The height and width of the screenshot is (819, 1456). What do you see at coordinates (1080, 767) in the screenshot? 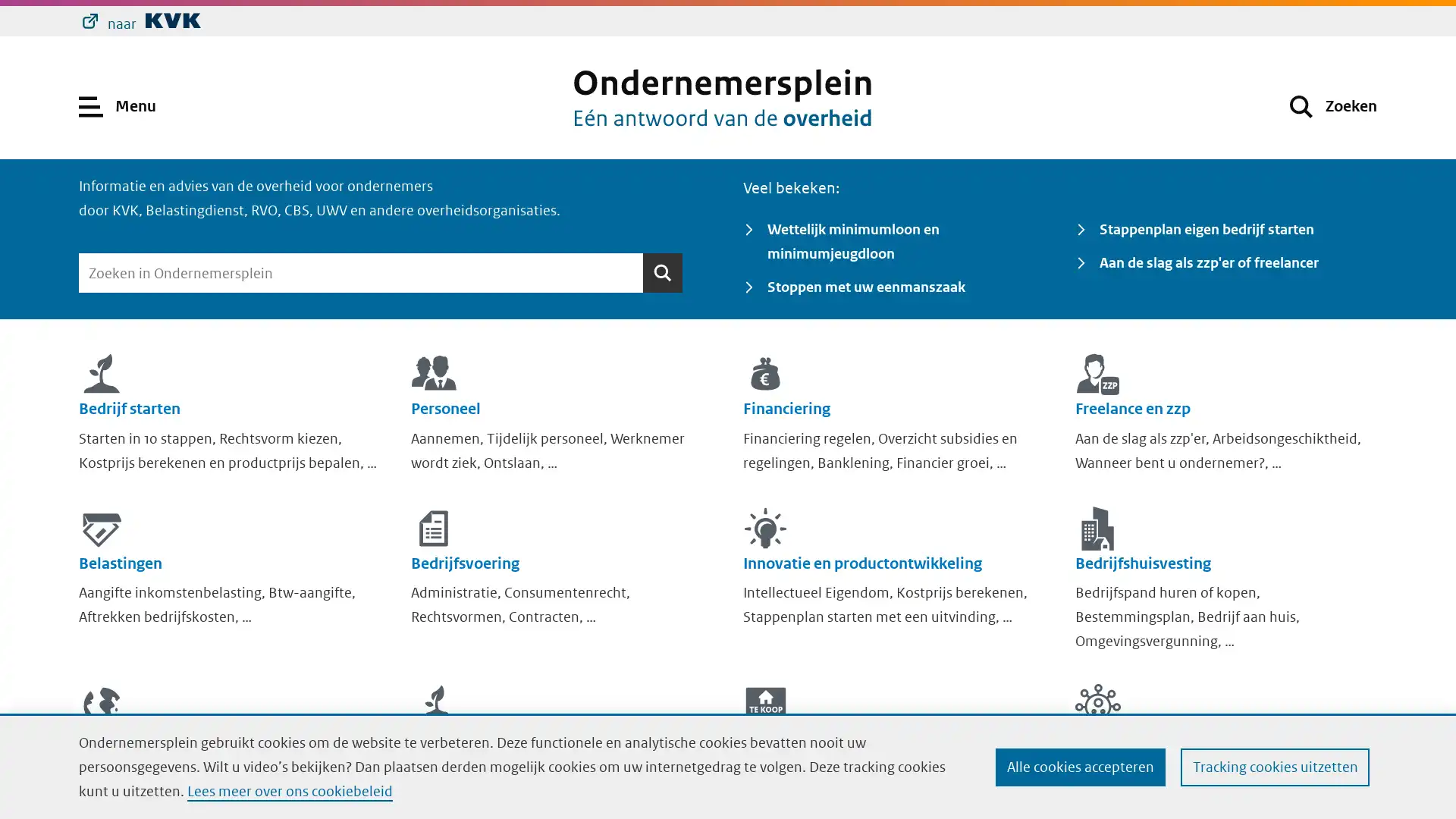
I see `Alle cookies accepteren` at bounding box center [1080, 767].